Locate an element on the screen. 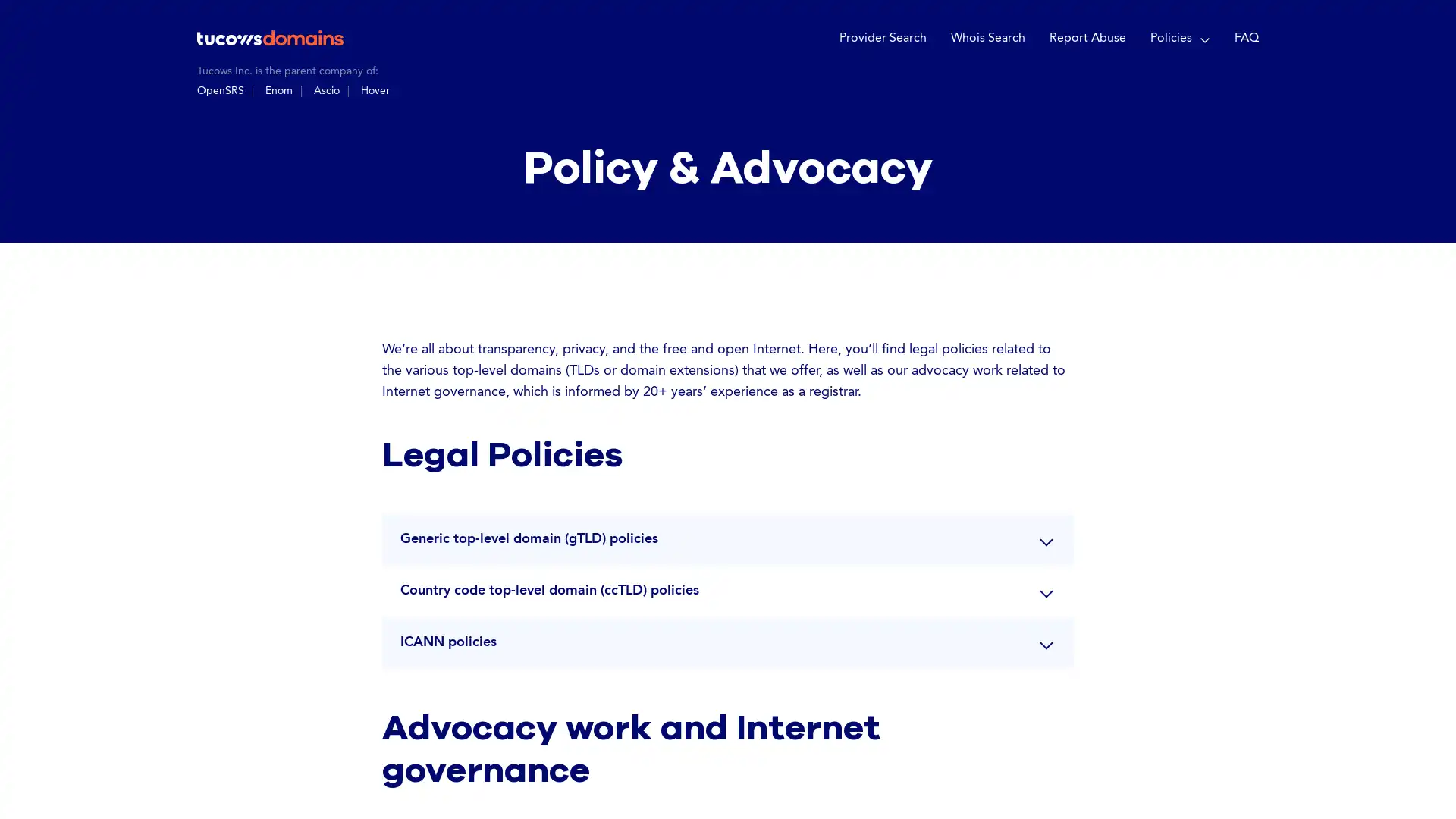 This screenshot has height=819, width=1456. Generic top-level domain (gTLD) policies is located at coordinates (728, 537).